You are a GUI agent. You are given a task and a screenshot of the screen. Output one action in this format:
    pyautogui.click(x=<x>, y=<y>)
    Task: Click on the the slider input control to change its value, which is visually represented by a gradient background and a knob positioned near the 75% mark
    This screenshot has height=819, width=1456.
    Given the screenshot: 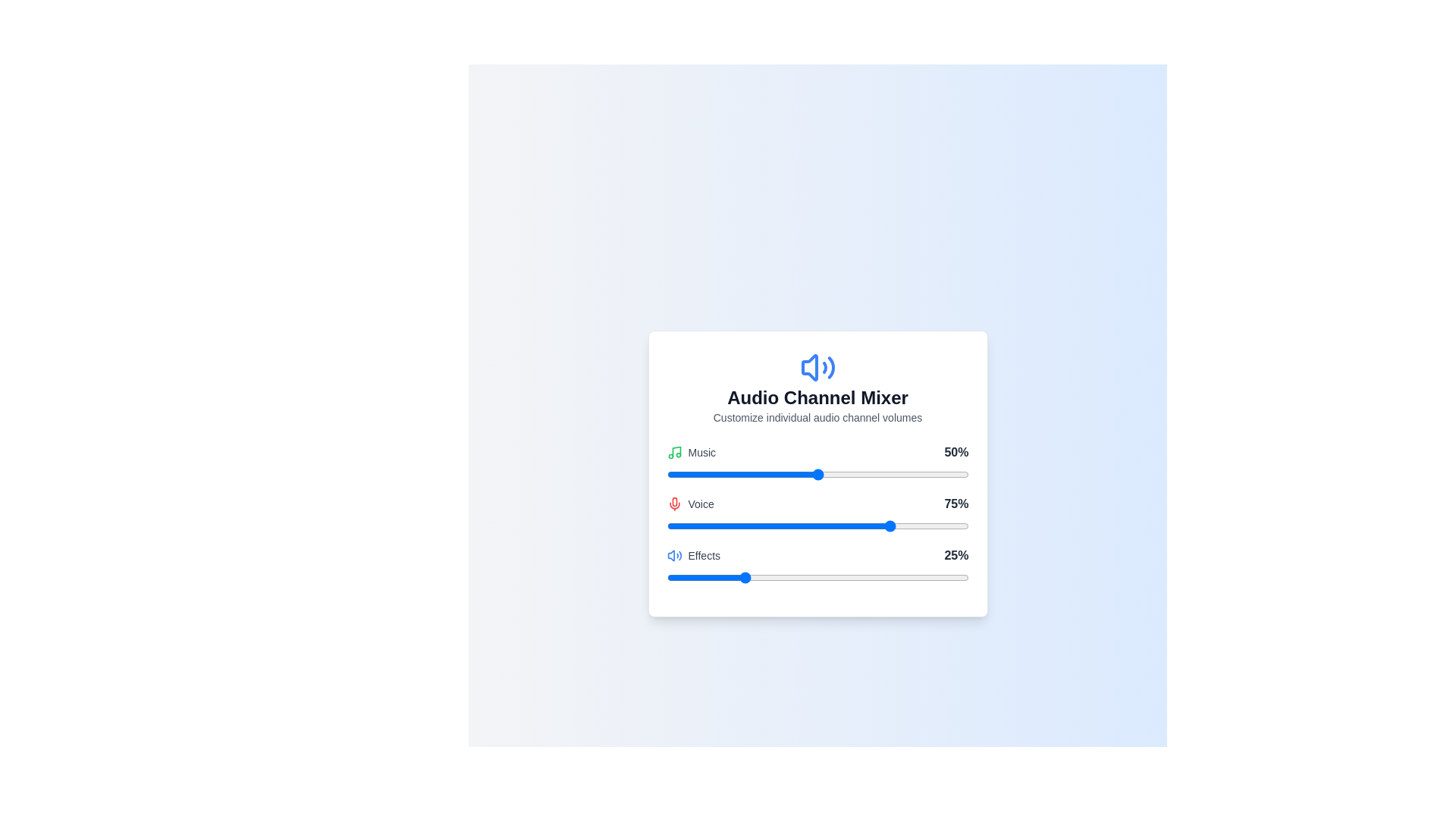 What is the action you would take?
    pyautogui.click(x=817, y=526)
    